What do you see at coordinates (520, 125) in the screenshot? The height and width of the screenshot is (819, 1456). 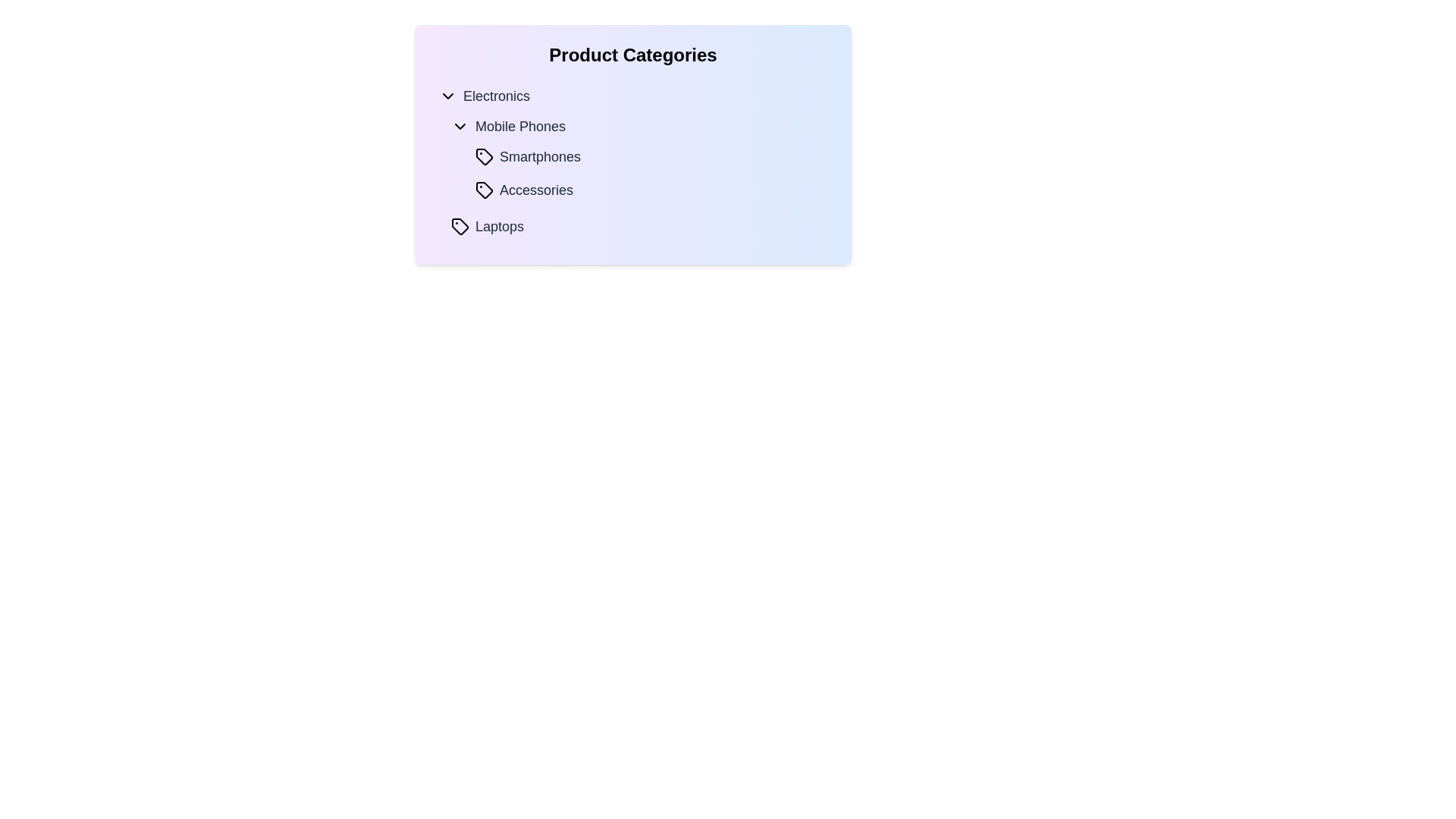 I see `the 'Mobile Phones' static text label located in the sidebar menu under the 'Electronics' category, which indicates the current selection of the product categories` at bounding box center [520, 125].